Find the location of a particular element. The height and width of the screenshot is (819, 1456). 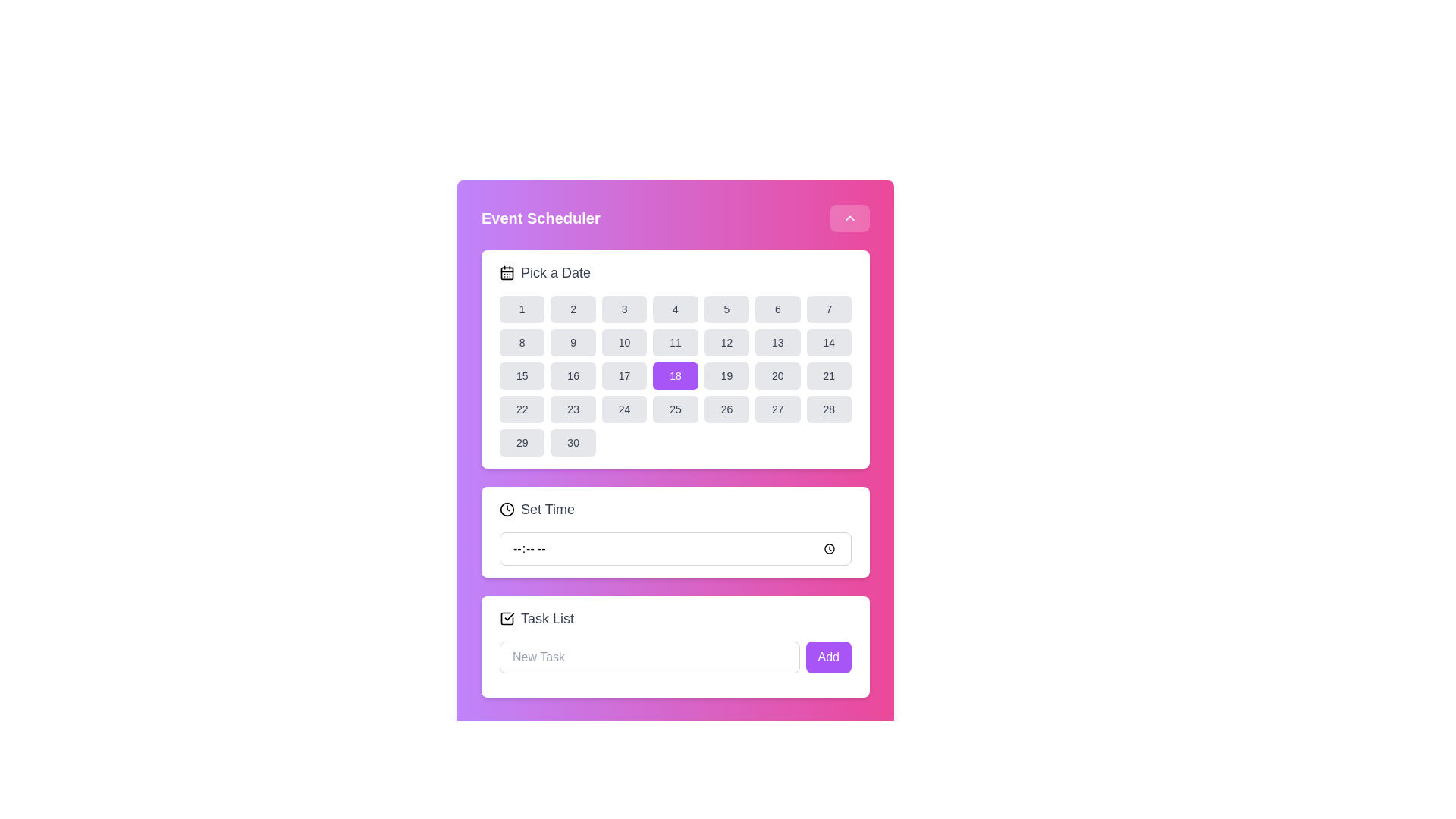

the rounded rectangular button labeled '16' in light gray is located at coordinates (573, 375).